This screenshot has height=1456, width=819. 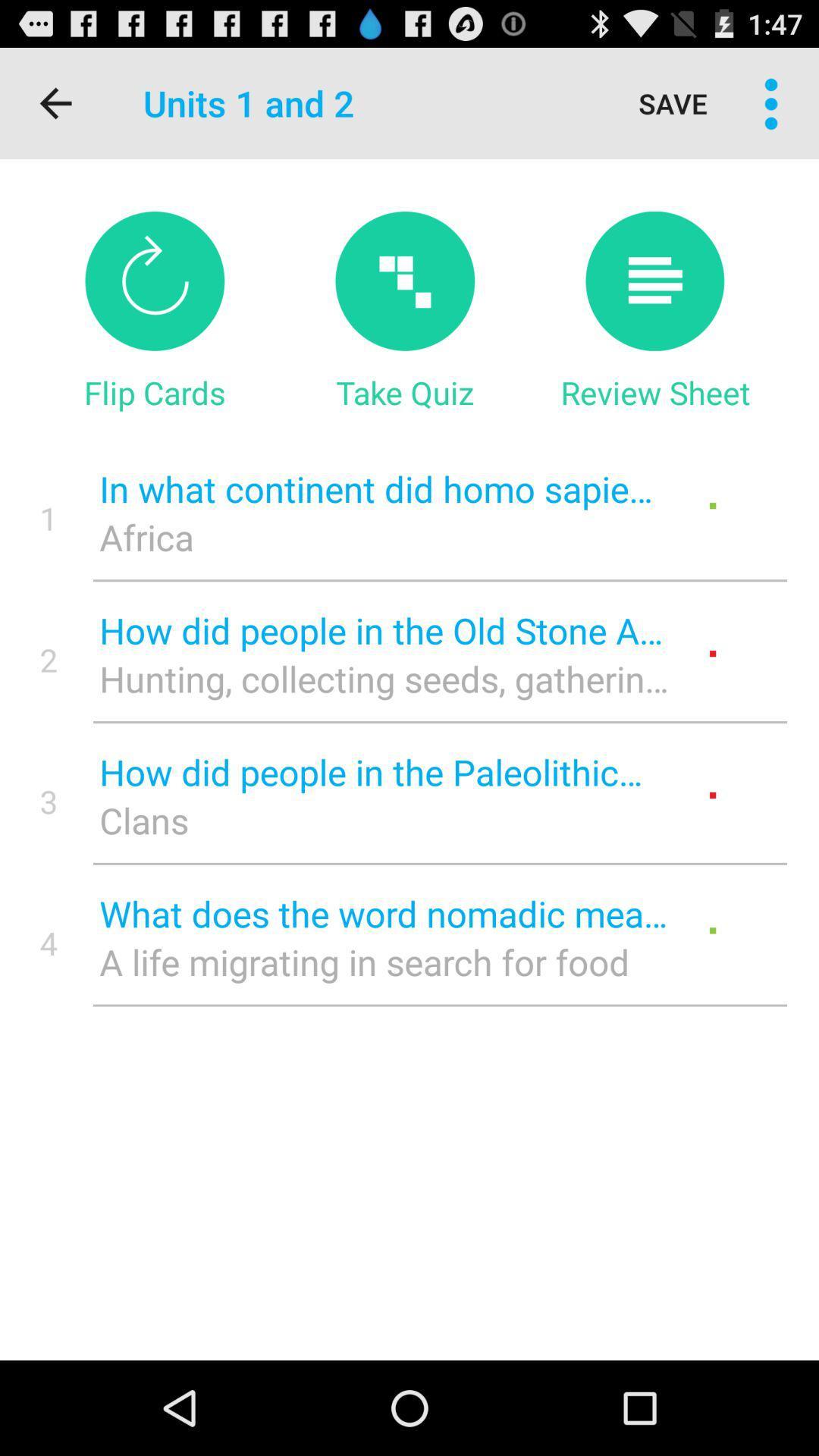 What do you see at coordinates (771, 102) in the screenshot?
I see `item next to the save` at bounding box center [771, 102].